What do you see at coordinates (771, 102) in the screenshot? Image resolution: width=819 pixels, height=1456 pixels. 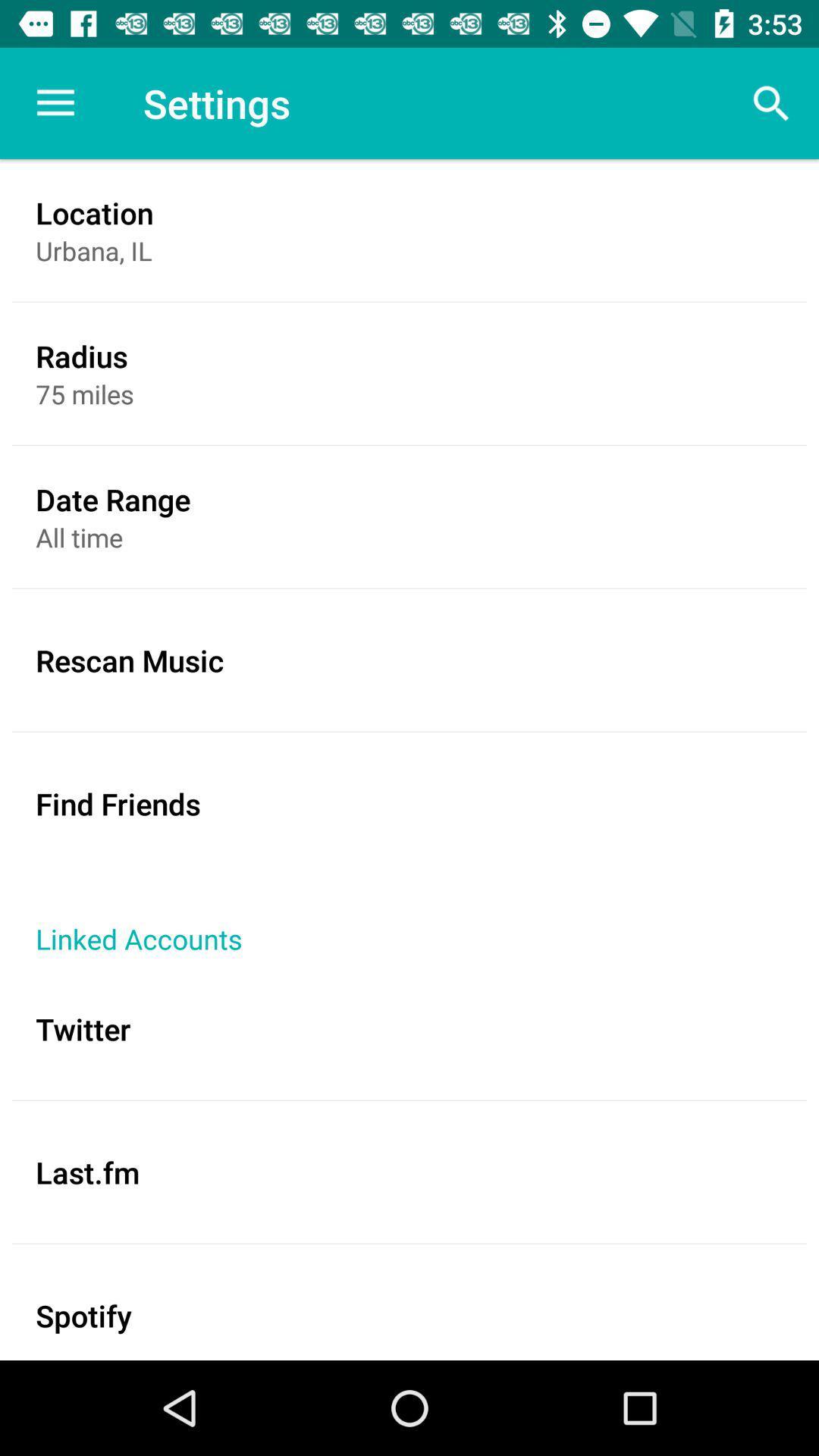 I see `the icon to the right of the settings icon` at bounding box center [771, 102].